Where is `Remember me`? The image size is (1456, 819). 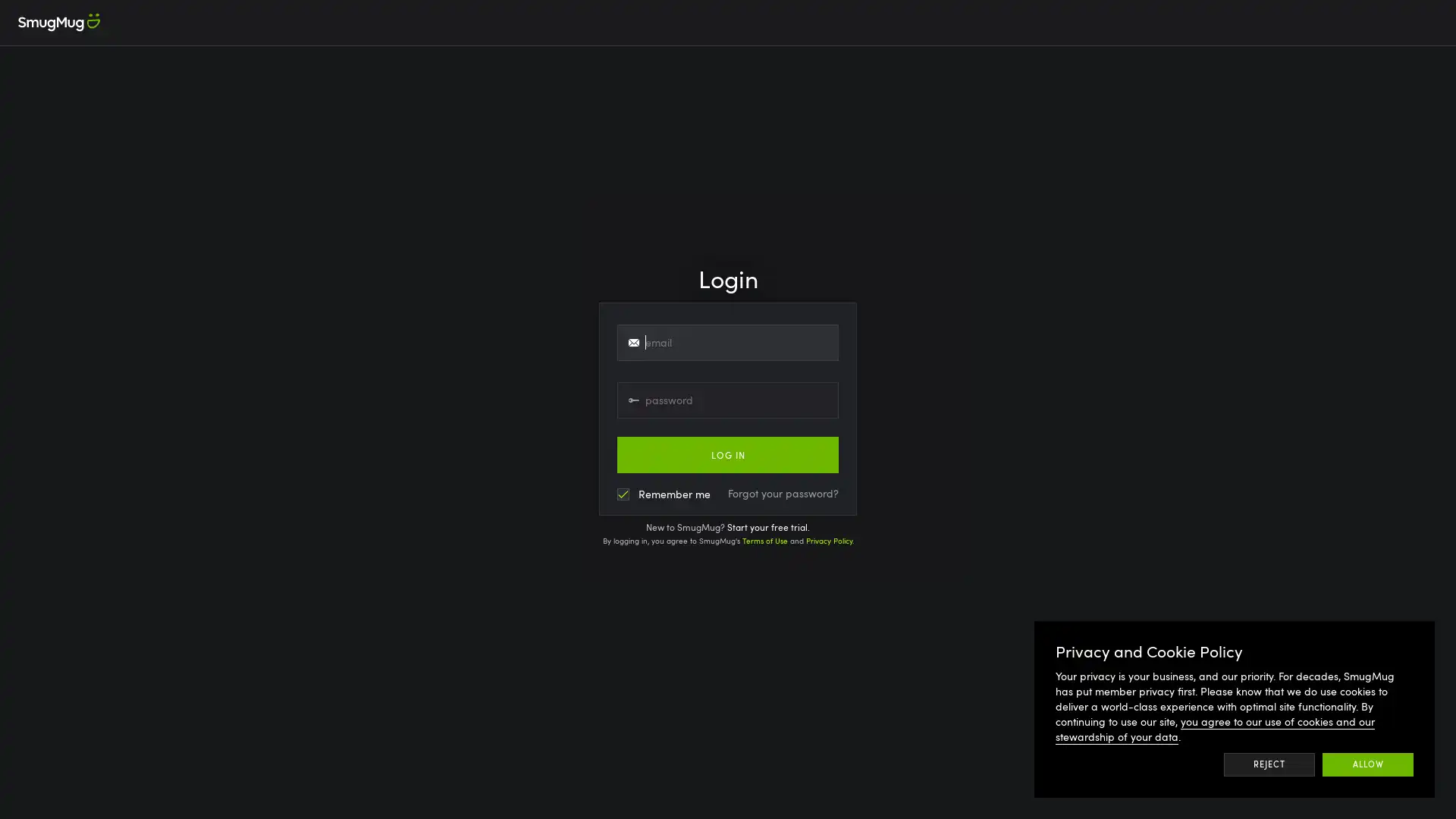 Remember me is located at coordinates (664, 494).